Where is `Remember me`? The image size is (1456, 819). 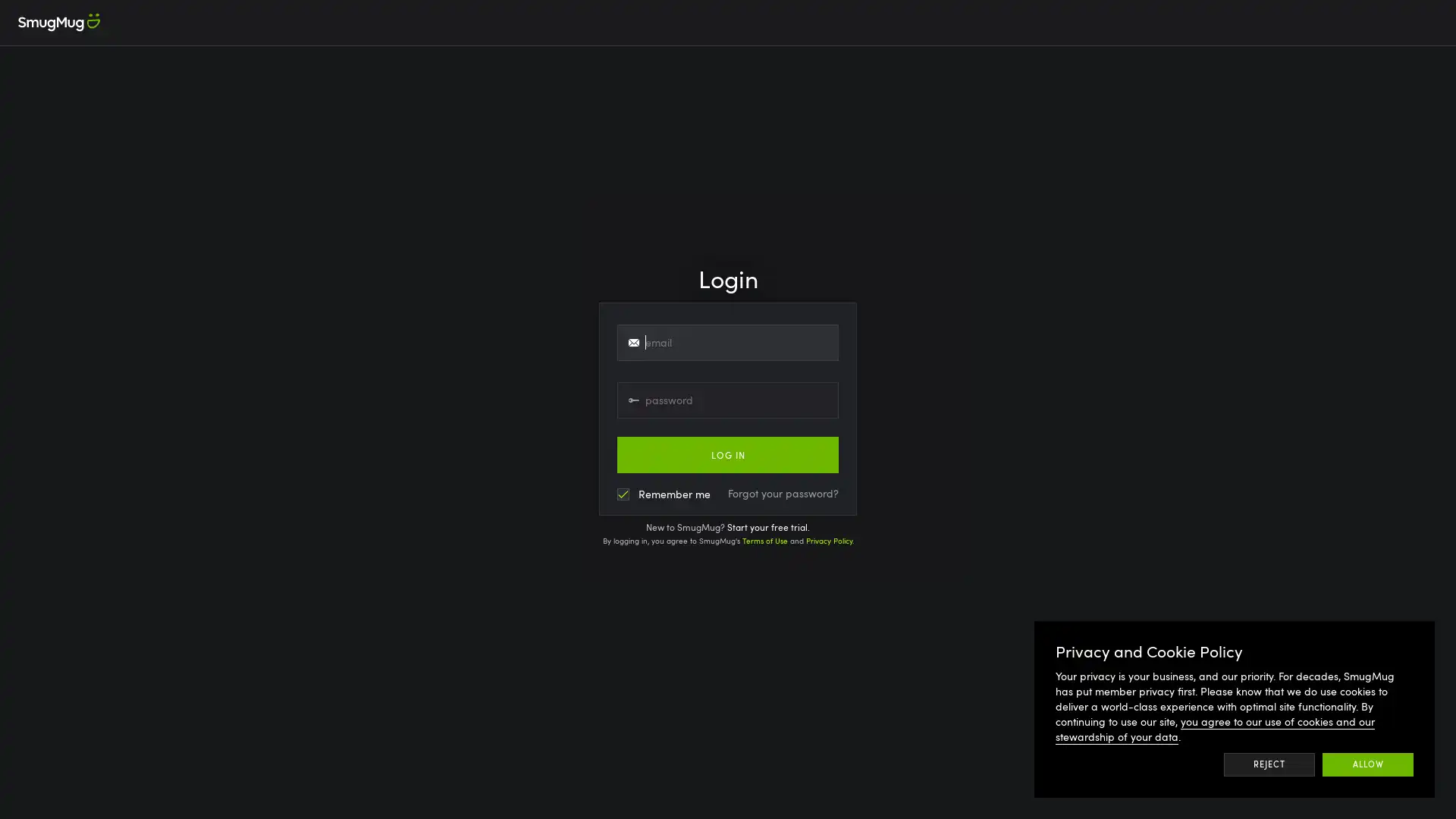 Remember me is located at coordinates (664, 494).